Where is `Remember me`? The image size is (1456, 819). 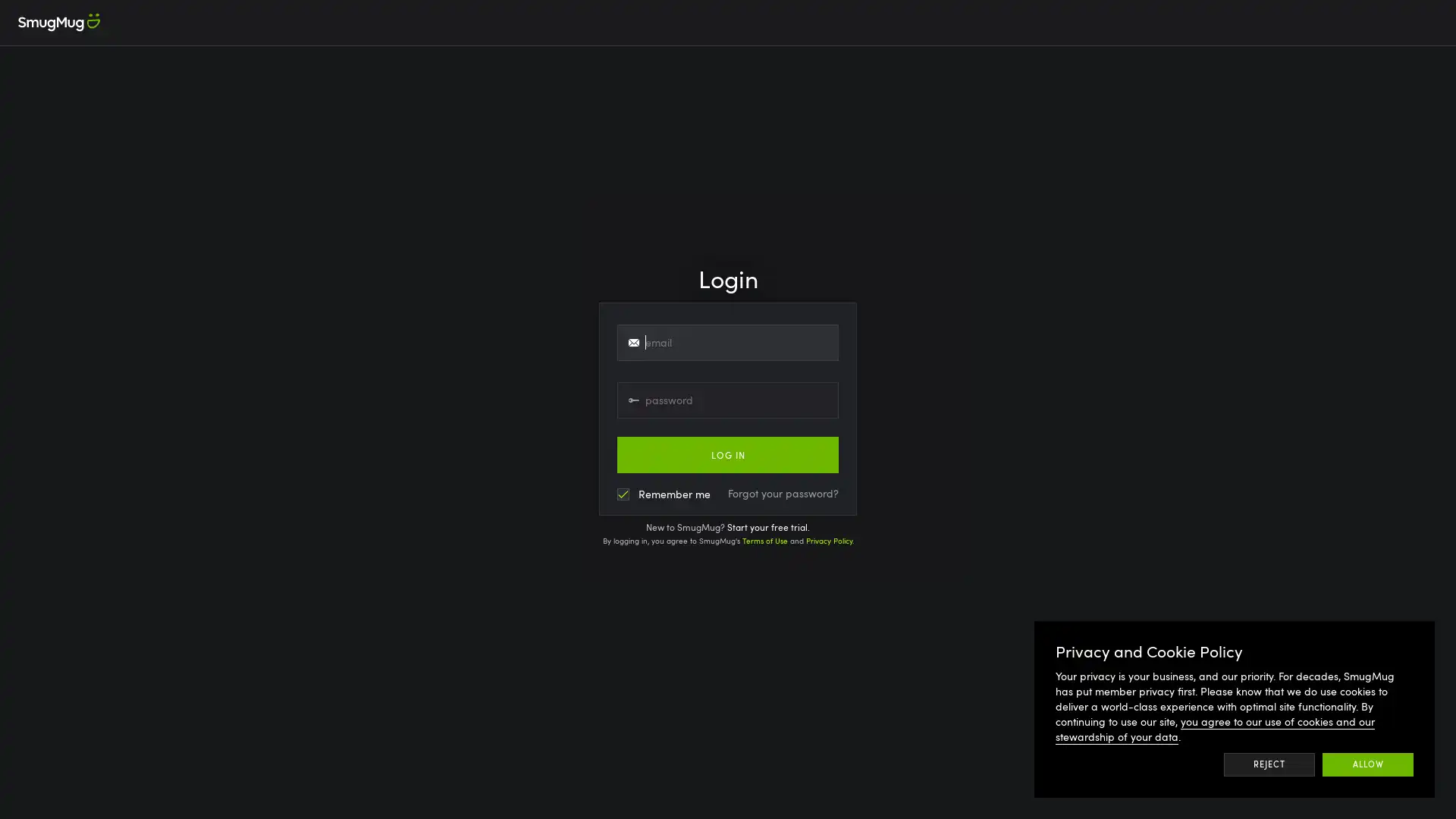 Remember me is located at coordinates (664, 494).